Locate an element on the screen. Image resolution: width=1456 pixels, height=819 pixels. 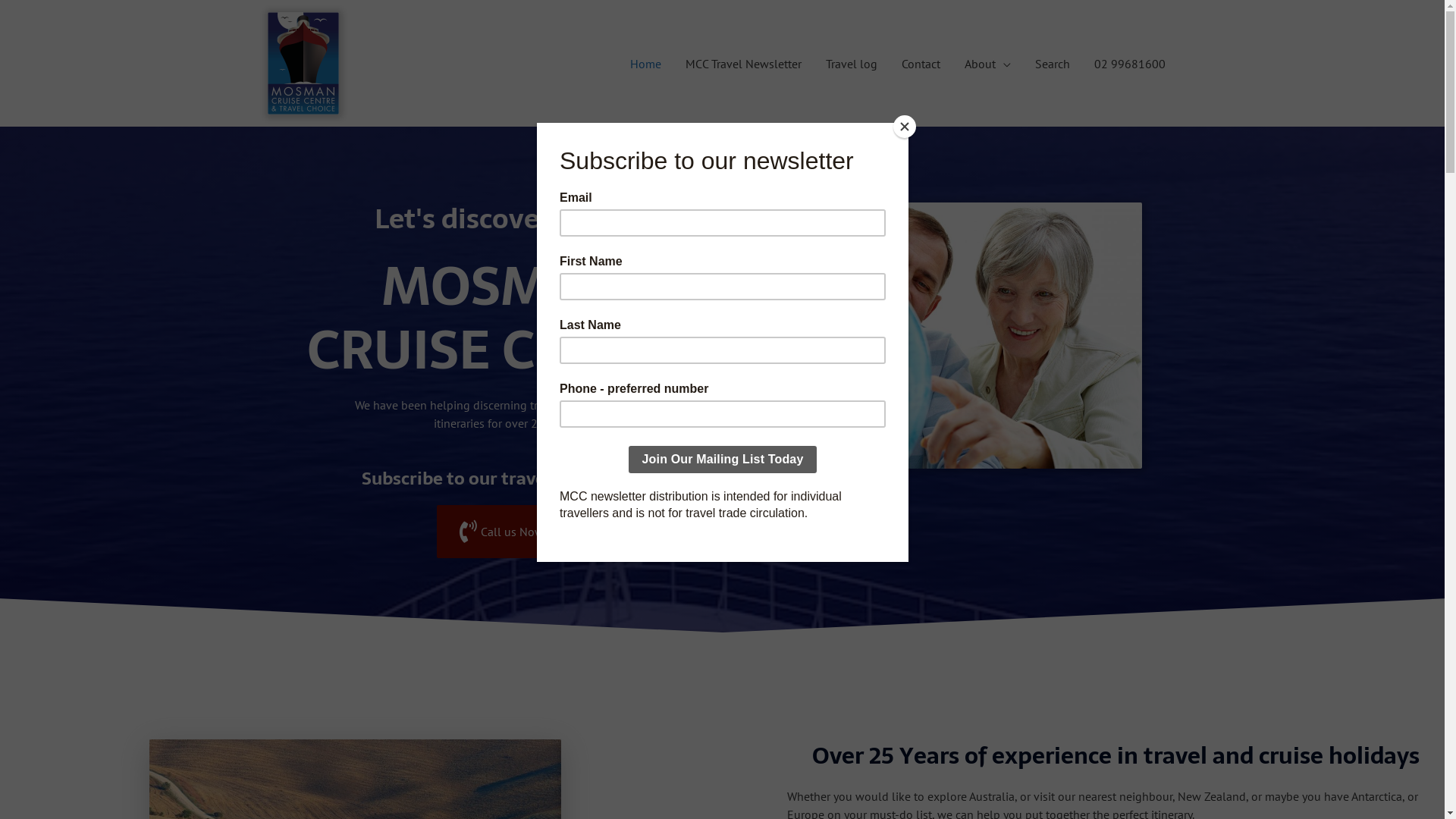
'Contact' is located at coordinates (919, 62).